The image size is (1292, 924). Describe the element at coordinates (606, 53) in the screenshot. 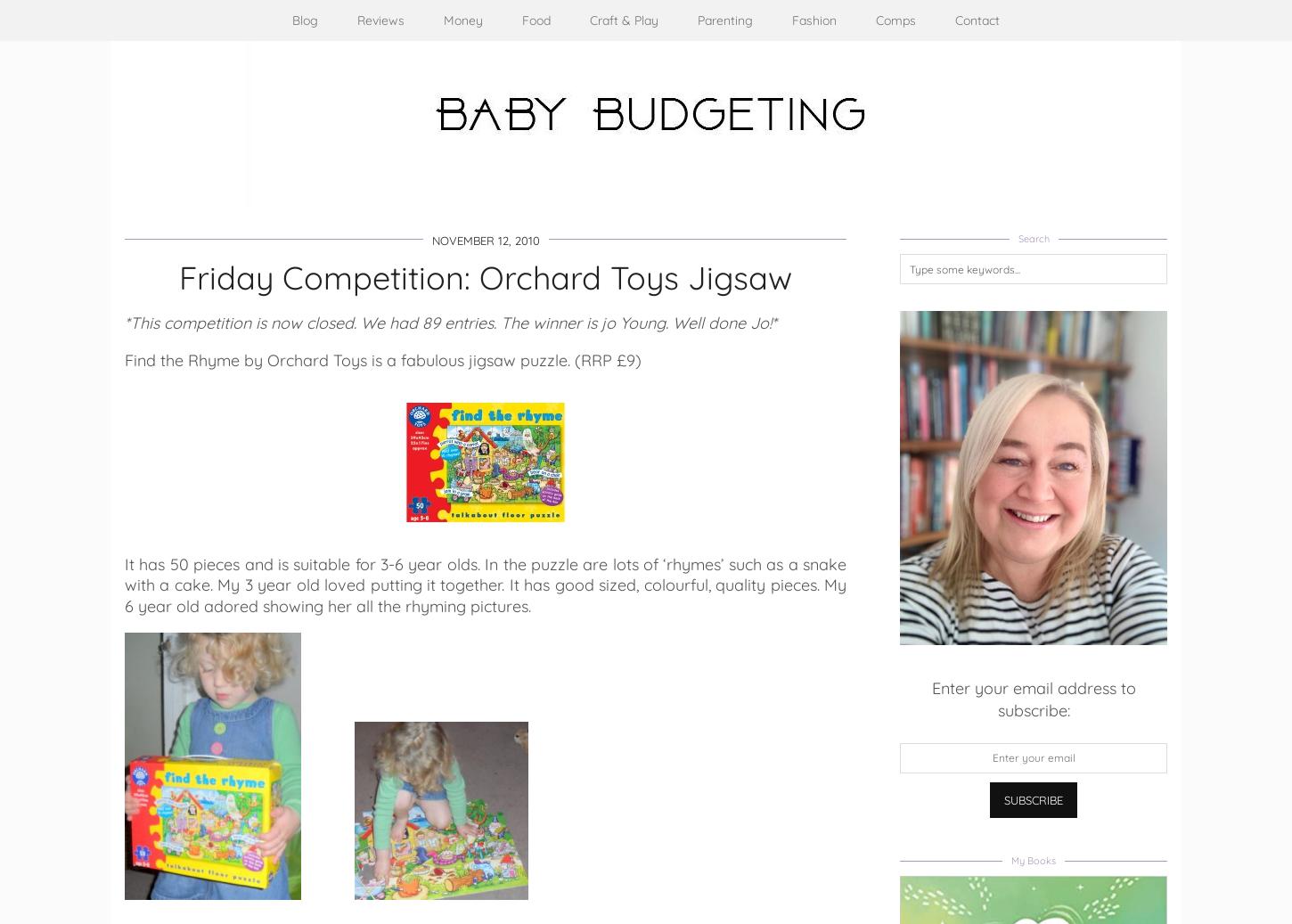

I see `'Crafts'` at that location.